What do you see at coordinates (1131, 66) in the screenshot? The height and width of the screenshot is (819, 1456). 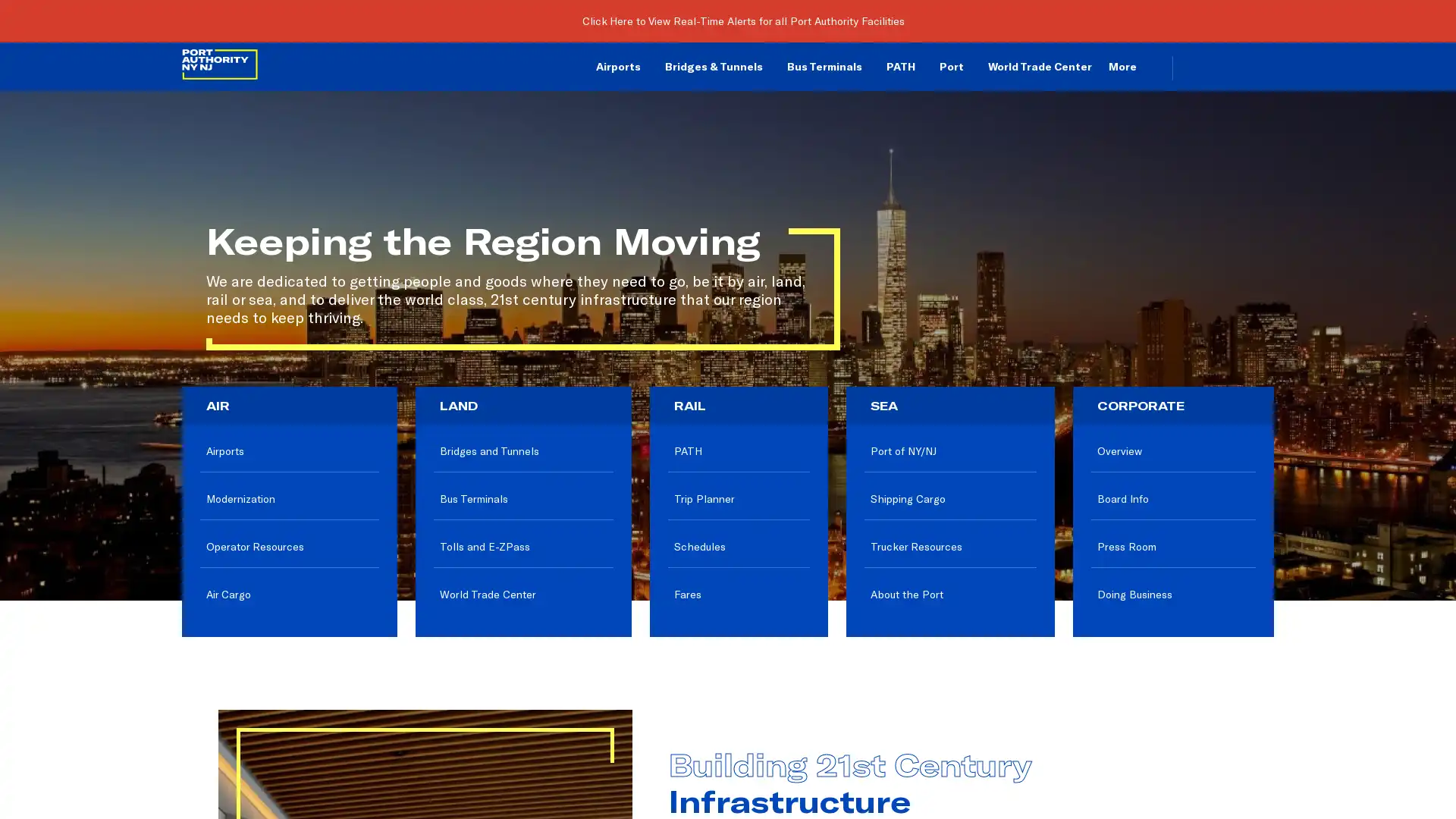 I see `More Links` at bounding box center [1131, 66].